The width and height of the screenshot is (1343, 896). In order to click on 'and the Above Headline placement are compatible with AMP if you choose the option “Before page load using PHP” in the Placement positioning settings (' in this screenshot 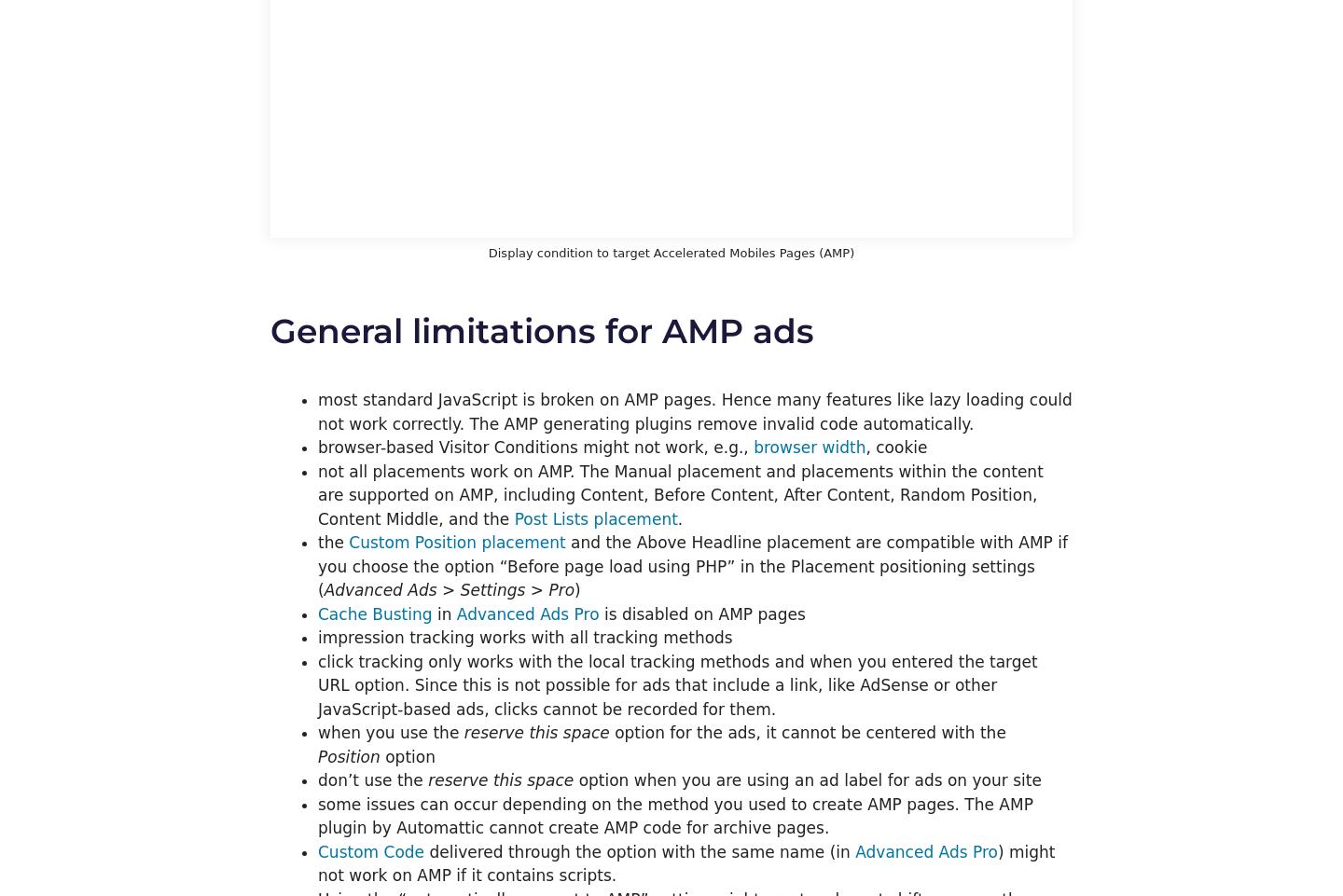, I will do `click(691, 566)`.